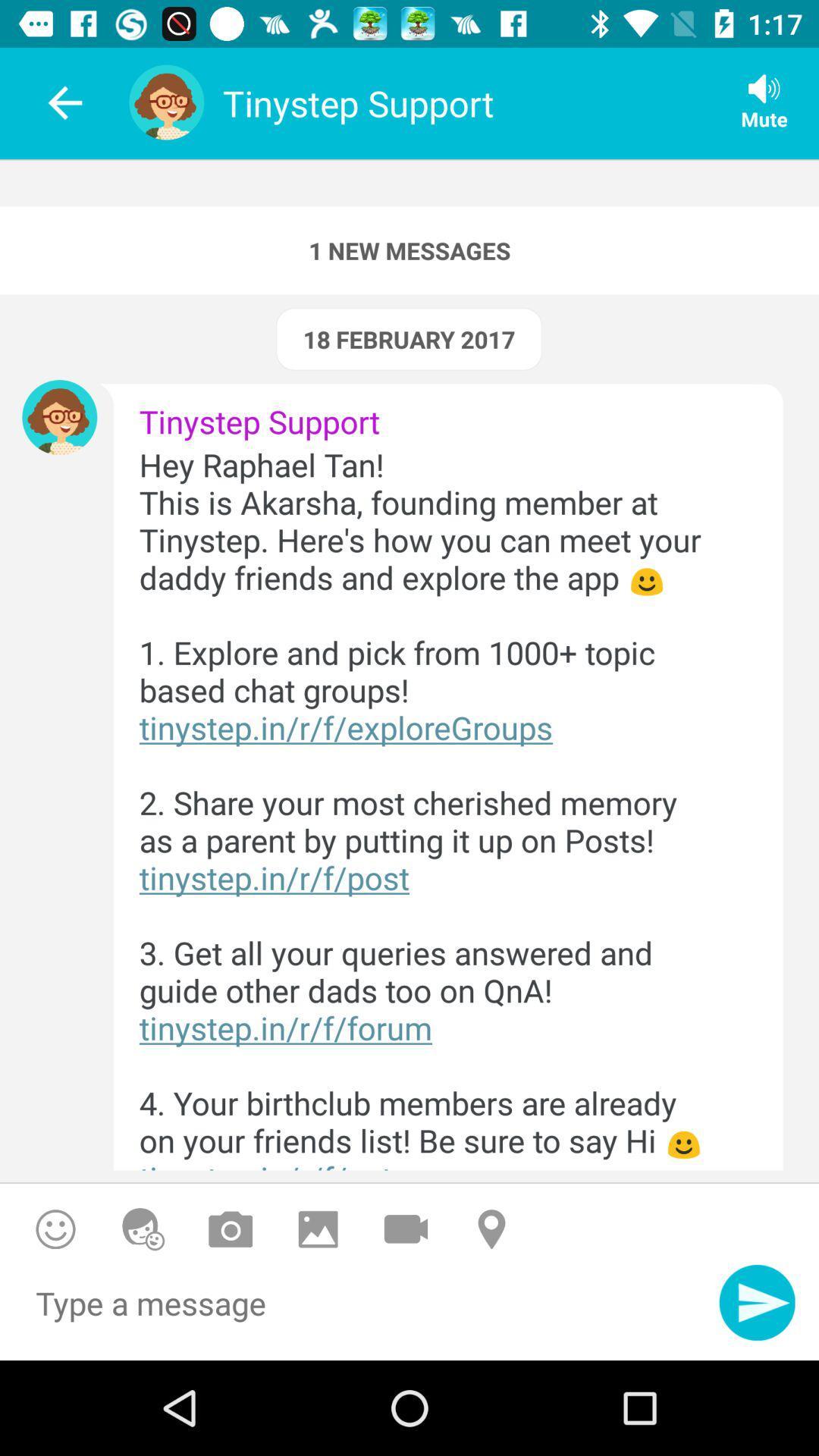 The width and height of the screenshot is (819, 1456). What do you see at coordinates (405, 1229) in the screenshot?
I see `send a video` at bounding box center [405, 1229].